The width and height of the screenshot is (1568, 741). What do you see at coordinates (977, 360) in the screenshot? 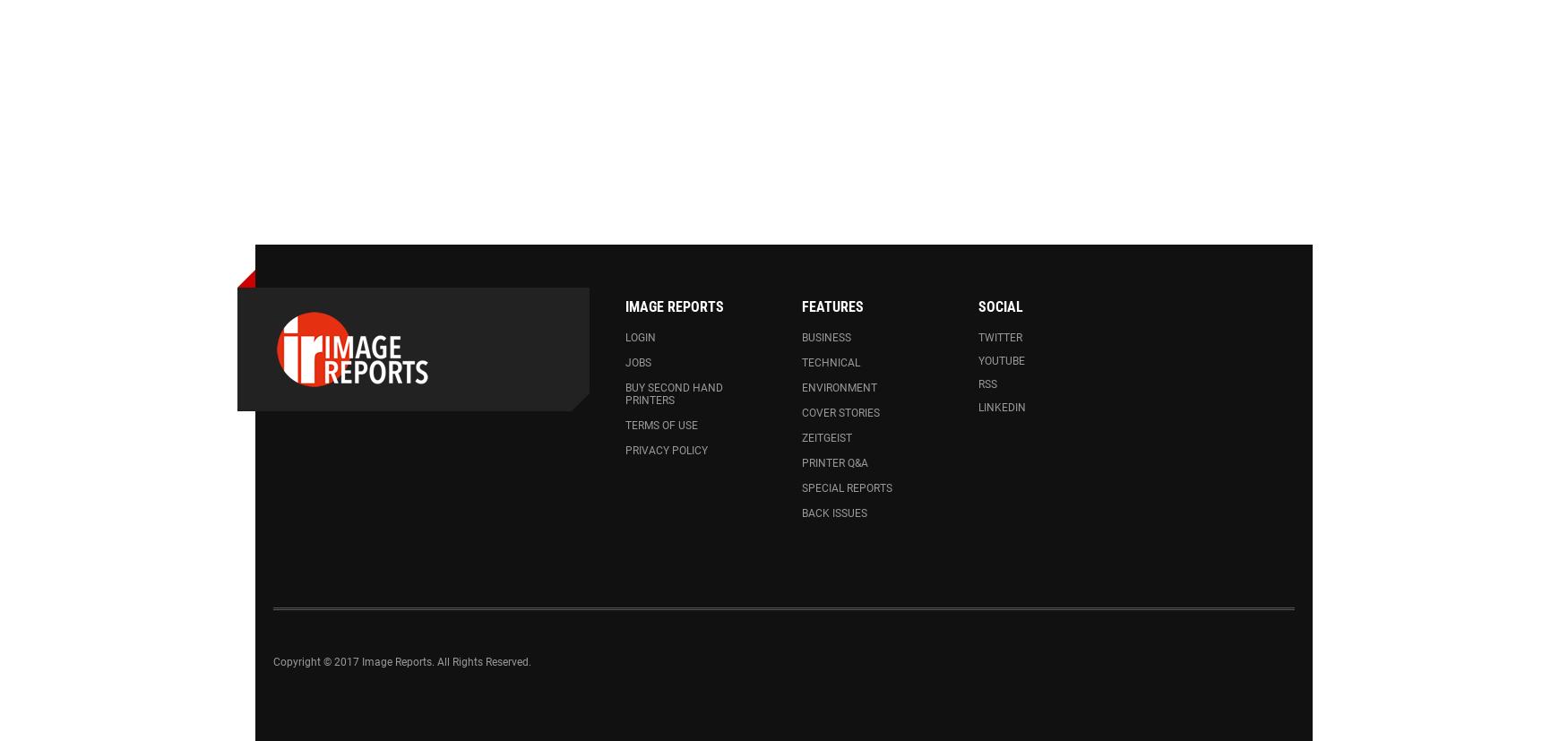
I see `'Youtube'` at bounding box center [977, 360].